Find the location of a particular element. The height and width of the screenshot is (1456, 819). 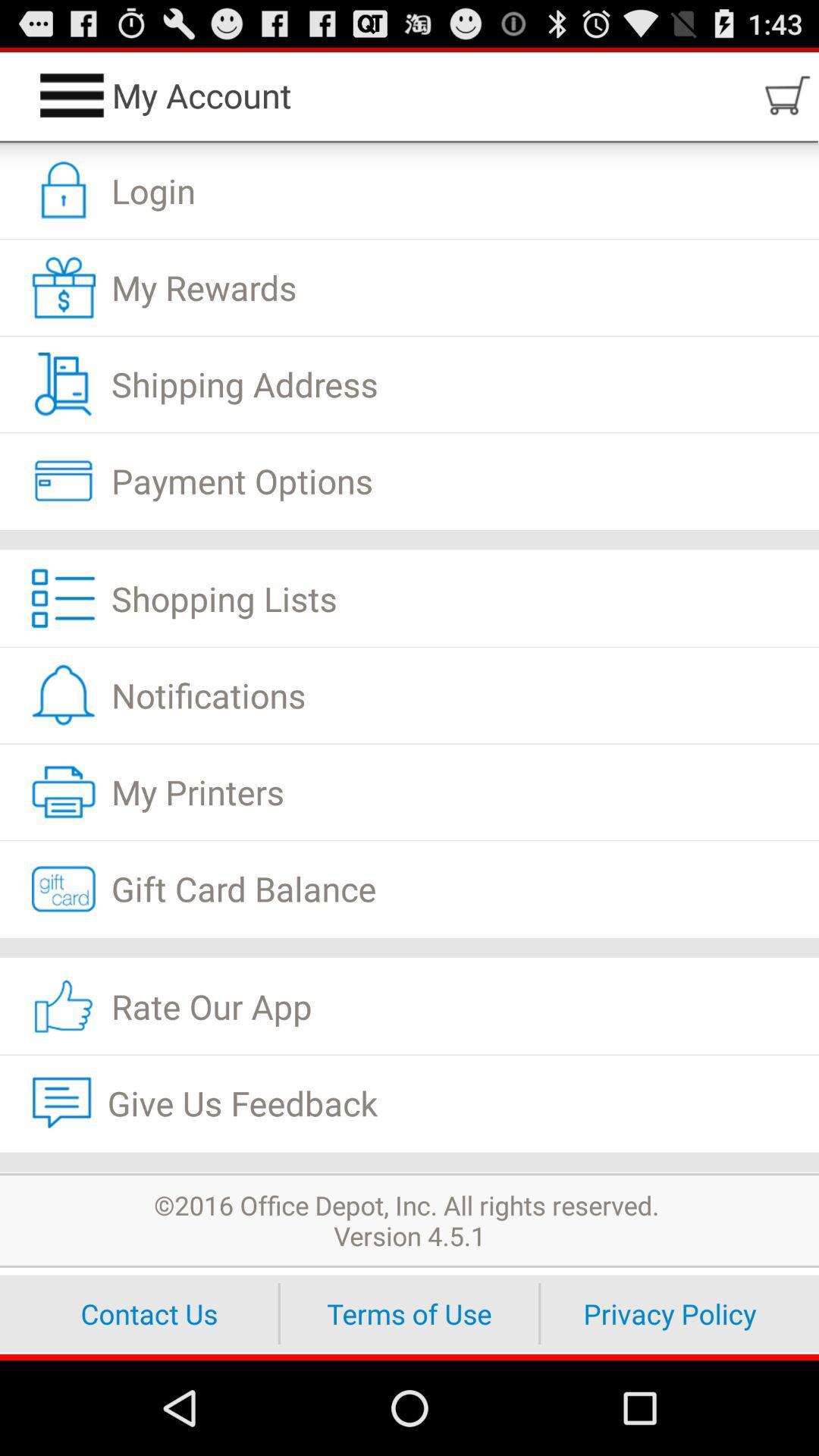

icon below gift card balance is located at coordinates (409, 946).